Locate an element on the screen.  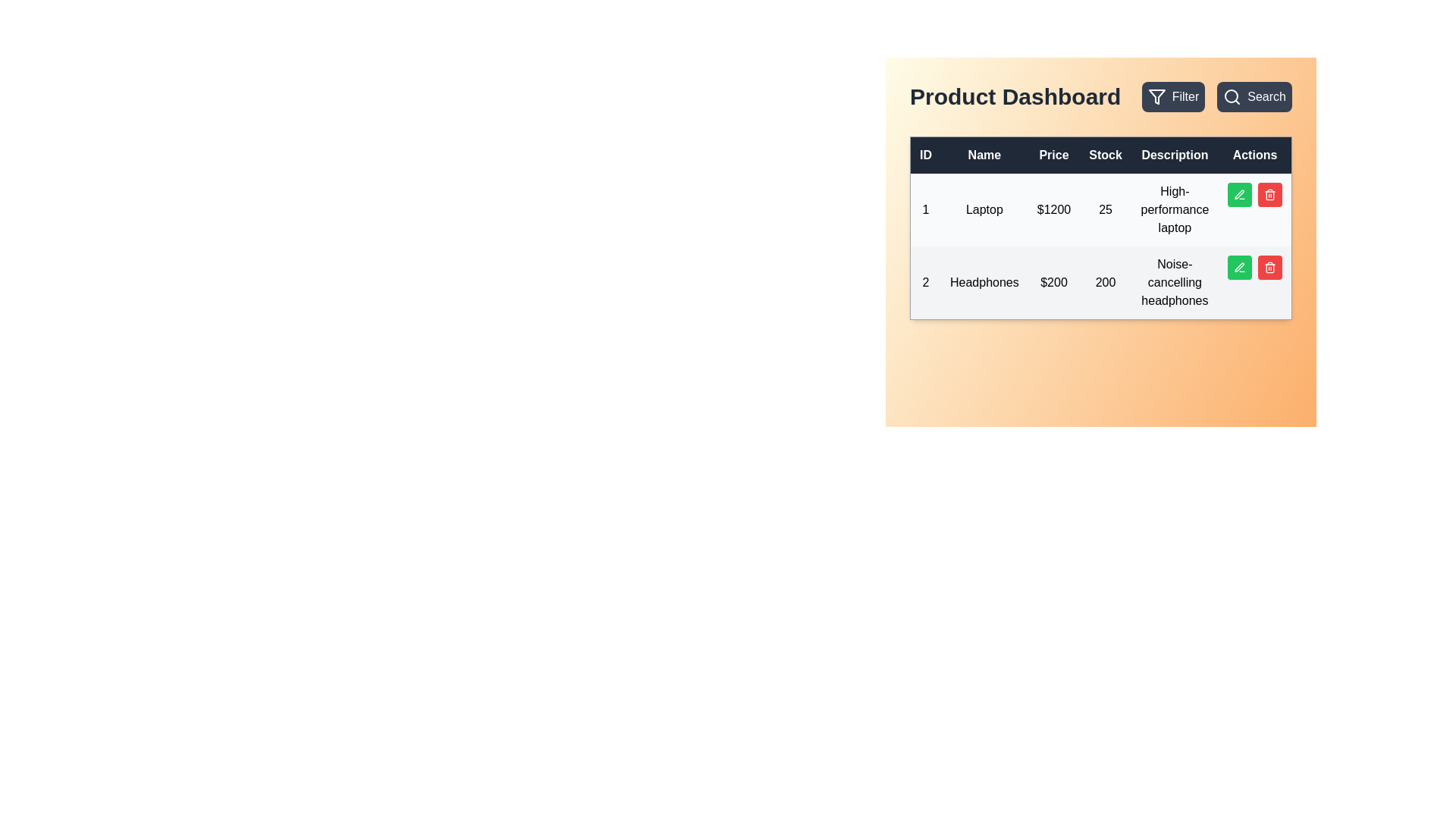
the delete button for the second product in the 'Product Dashboard' table is located at coordinates (1270, 194).